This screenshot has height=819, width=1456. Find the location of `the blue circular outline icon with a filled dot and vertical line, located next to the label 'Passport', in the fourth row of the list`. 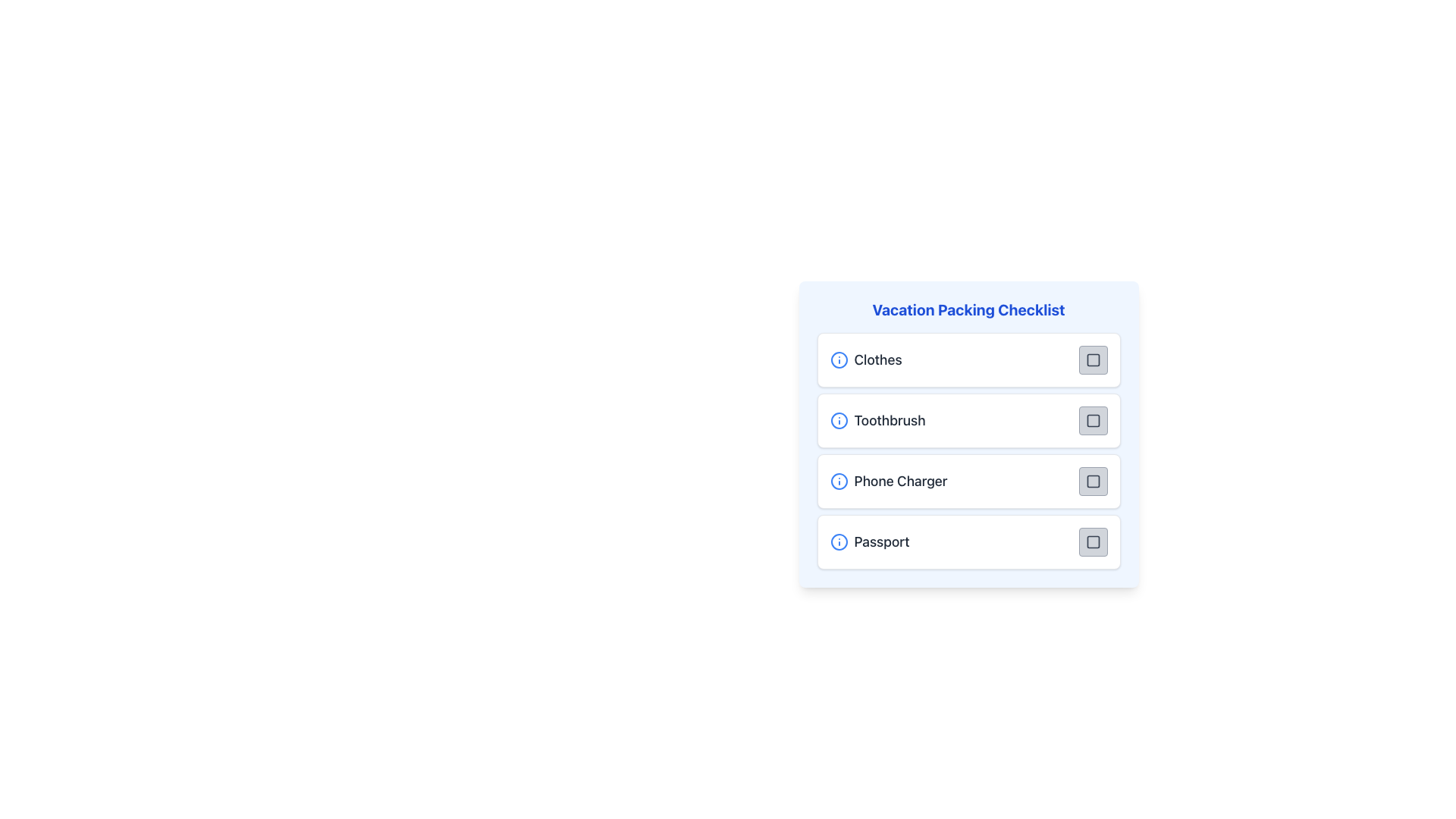

the blue circular outline icon with a filled dot and vertical line, located next to the label 'Passport', in the fourth row of the list is located at coordinates (838, 541).